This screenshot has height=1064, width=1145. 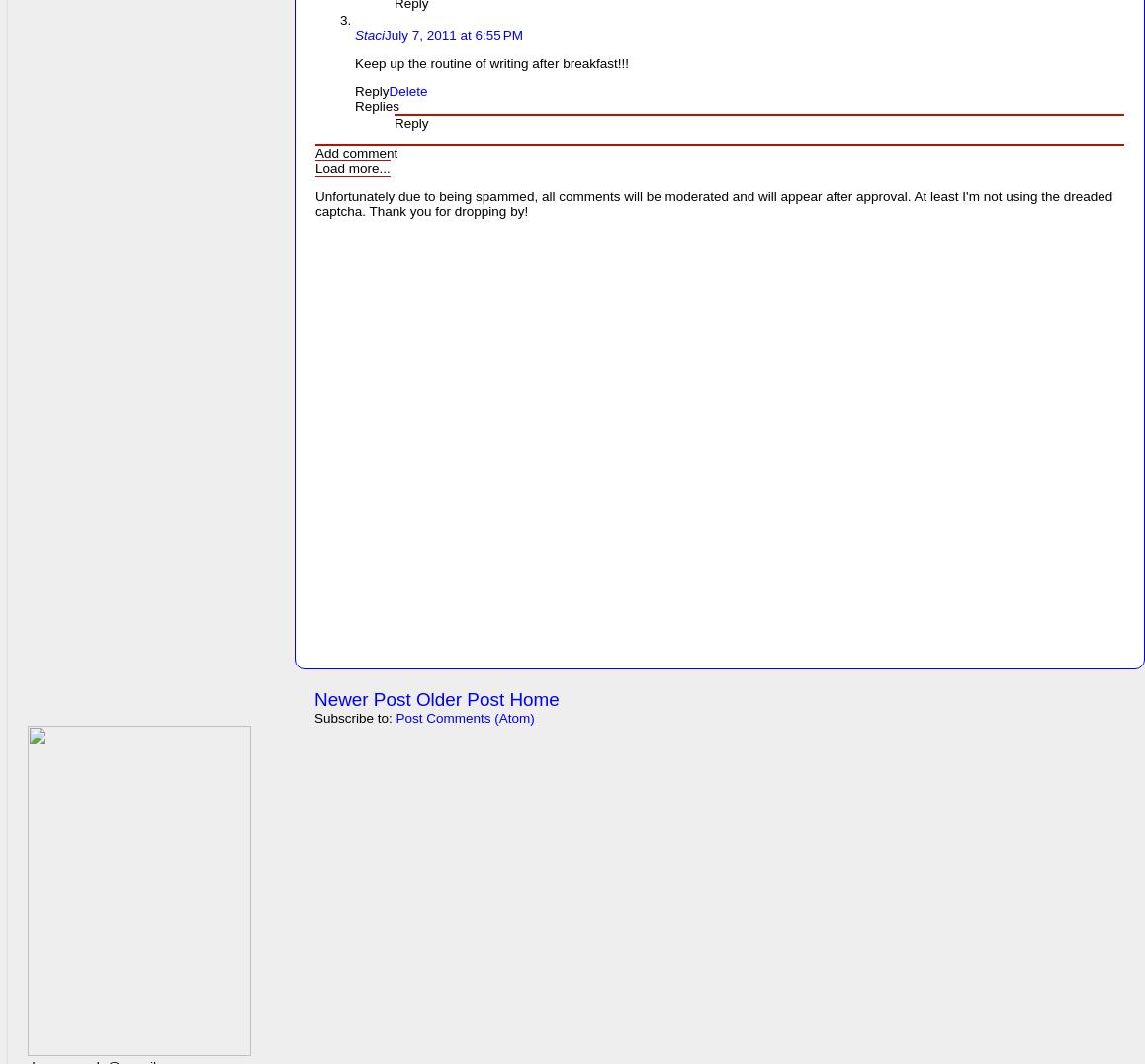 What do you see at coordinates (453, 34) in the screenshot?
I see `'July 7, 2011 at 6:55 PM'` at bounding box center [453, 34].